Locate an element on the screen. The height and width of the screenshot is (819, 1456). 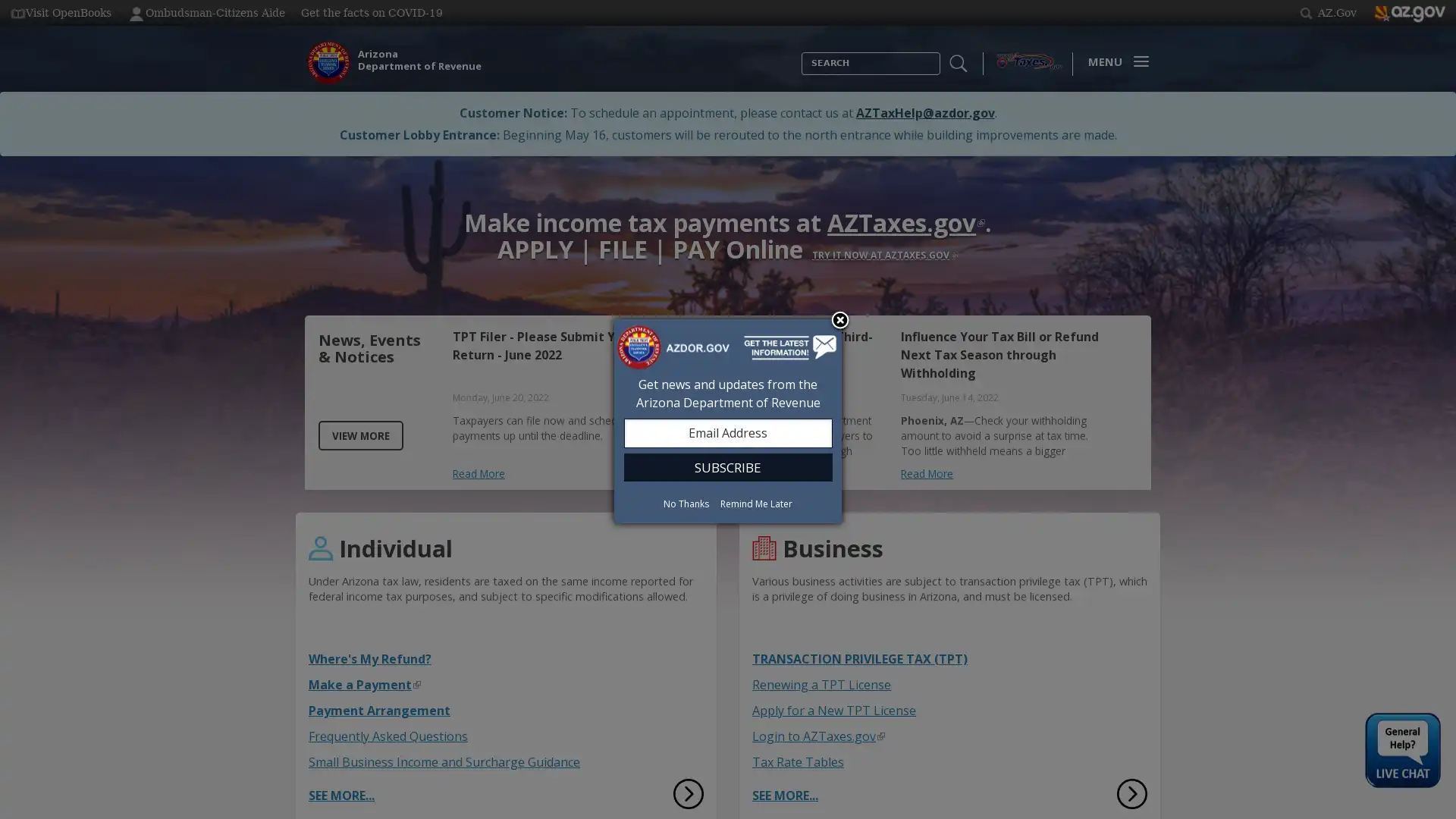
No Thanks is located at coordinates (686, 503).